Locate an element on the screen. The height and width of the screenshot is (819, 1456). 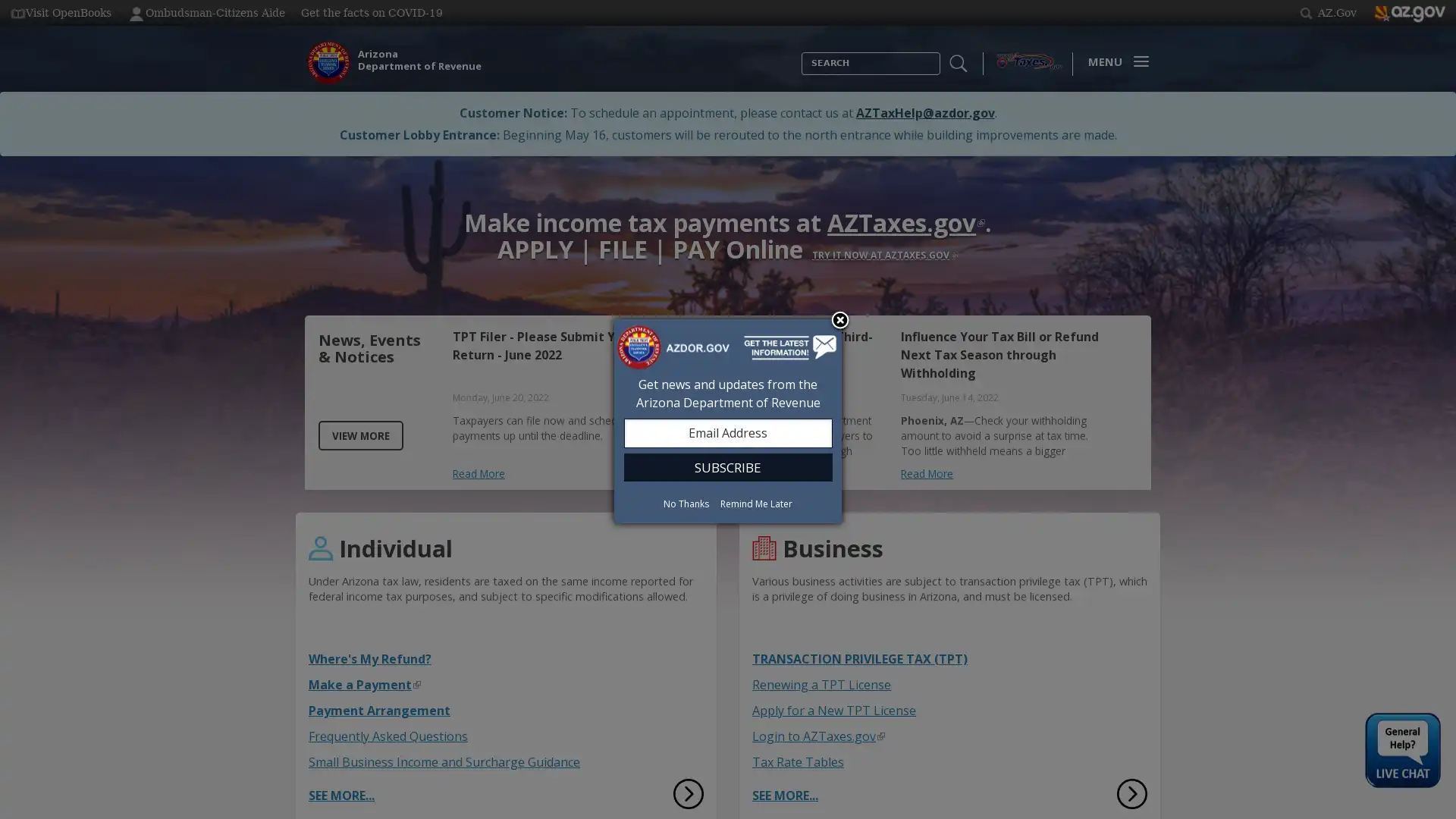
No Thanks is located at coordinates (686, 503).